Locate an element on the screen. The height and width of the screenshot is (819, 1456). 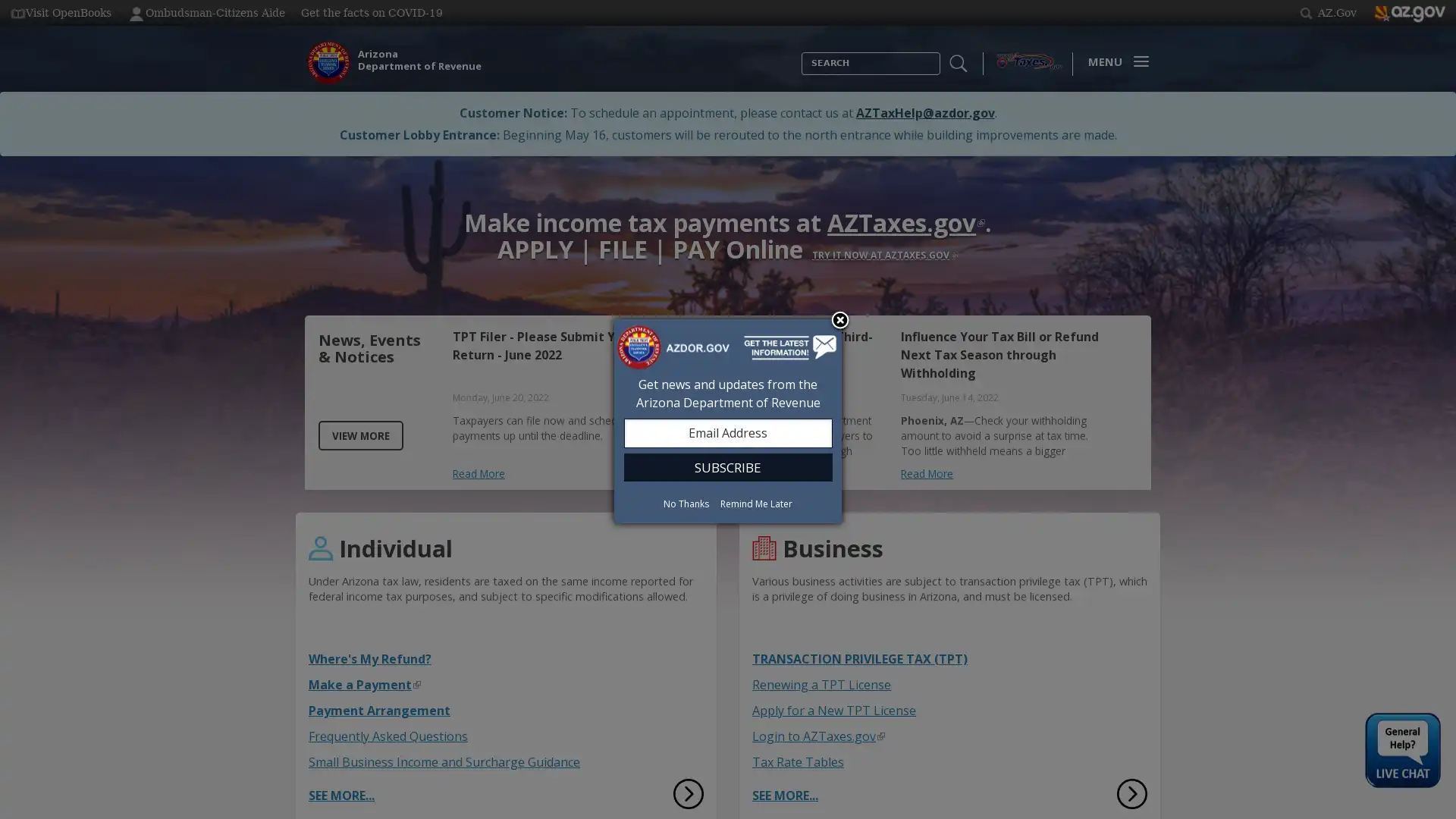
No Thanks is located at coordinates (686, 503).